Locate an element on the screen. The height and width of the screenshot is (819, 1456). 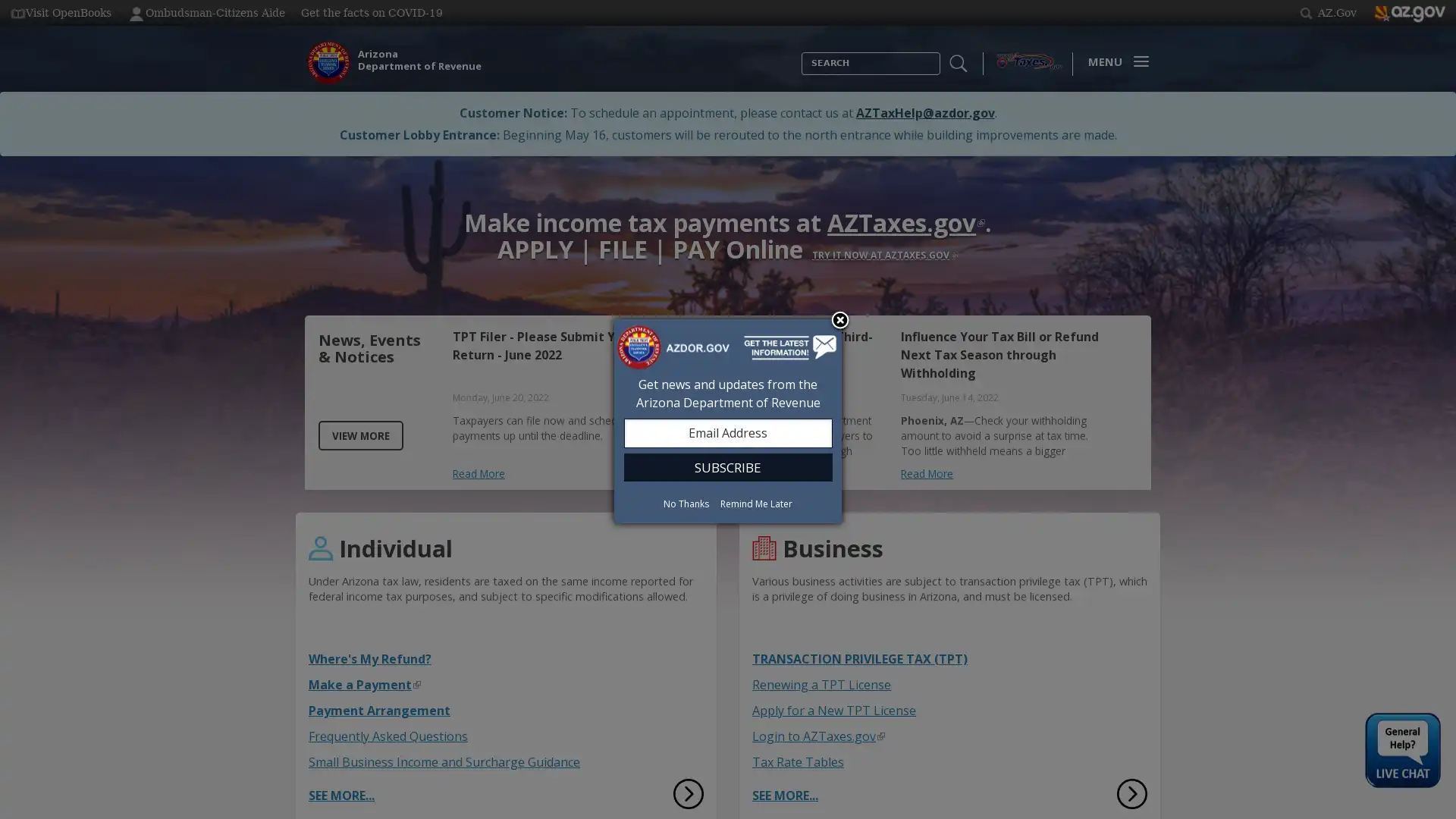
No Thanks is located at coordinates (686, 503).